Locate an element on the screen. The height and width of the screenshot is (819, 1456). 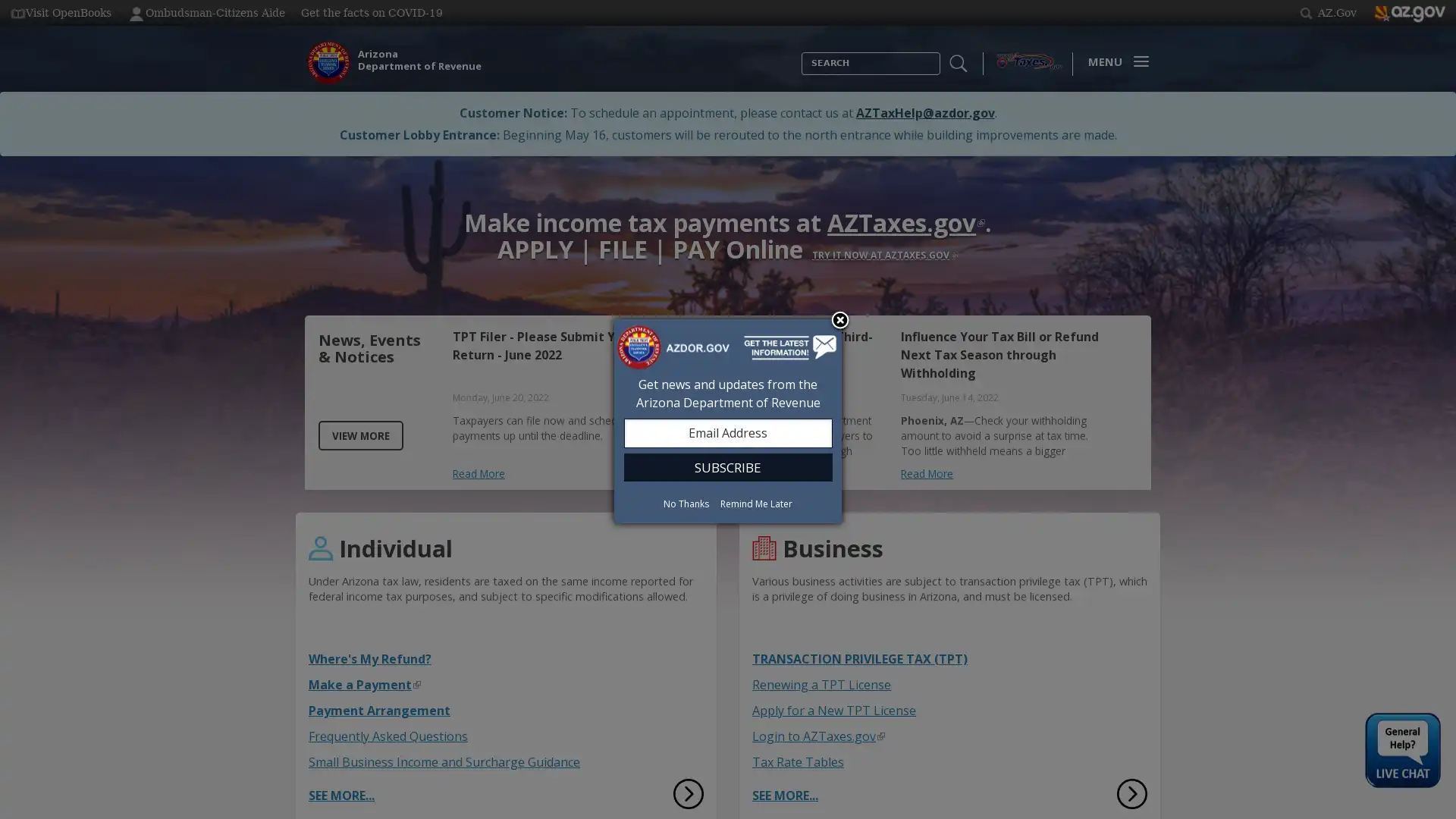
No Thanks is located at coordinates (686, 503).